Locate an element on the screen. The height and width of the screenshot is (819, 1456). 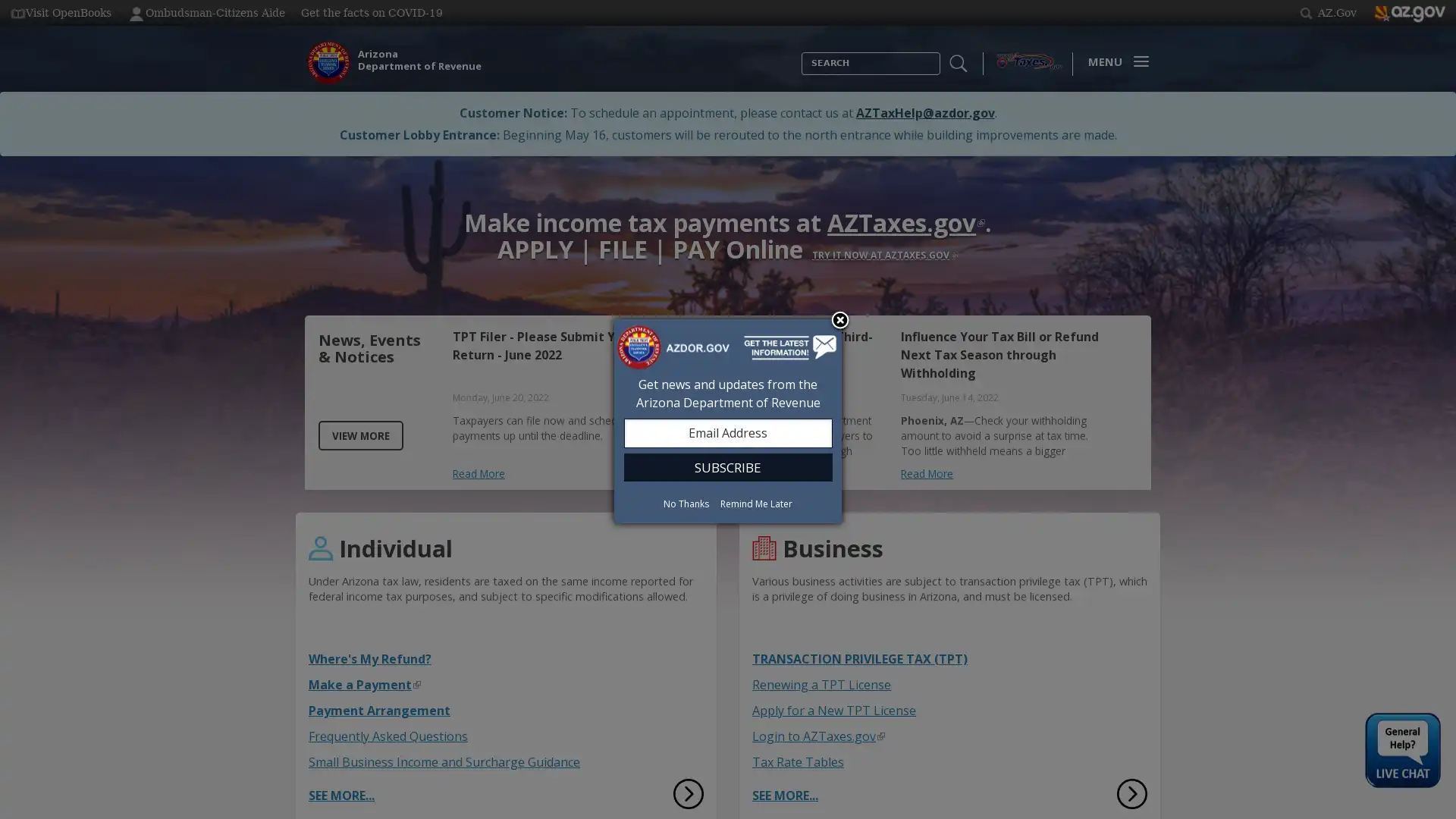
No Thanks is located at coordinates (686, 503).